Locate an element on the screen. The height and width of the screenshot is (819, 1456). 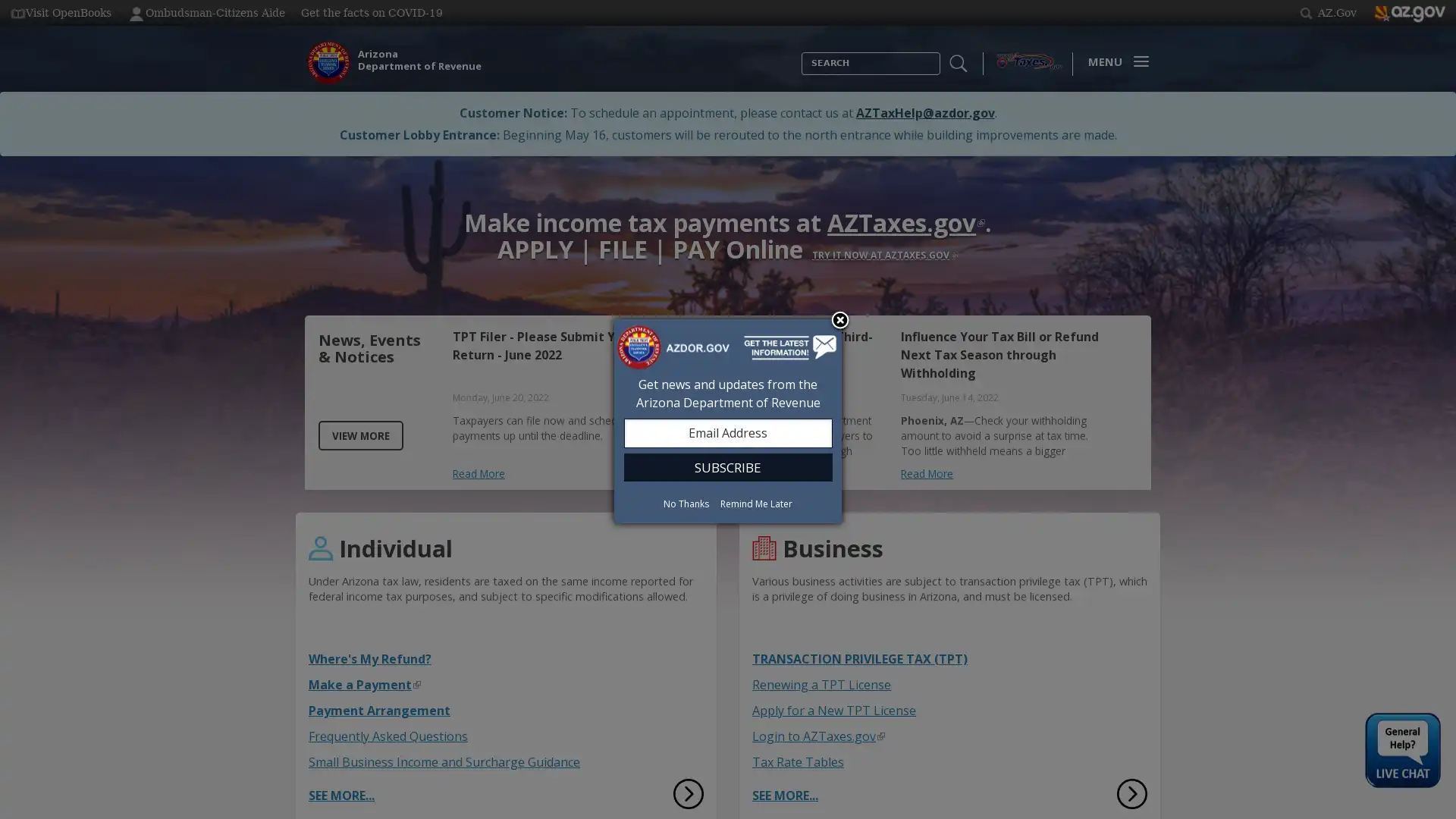
No Thanks is located at coordinates (686, 503).